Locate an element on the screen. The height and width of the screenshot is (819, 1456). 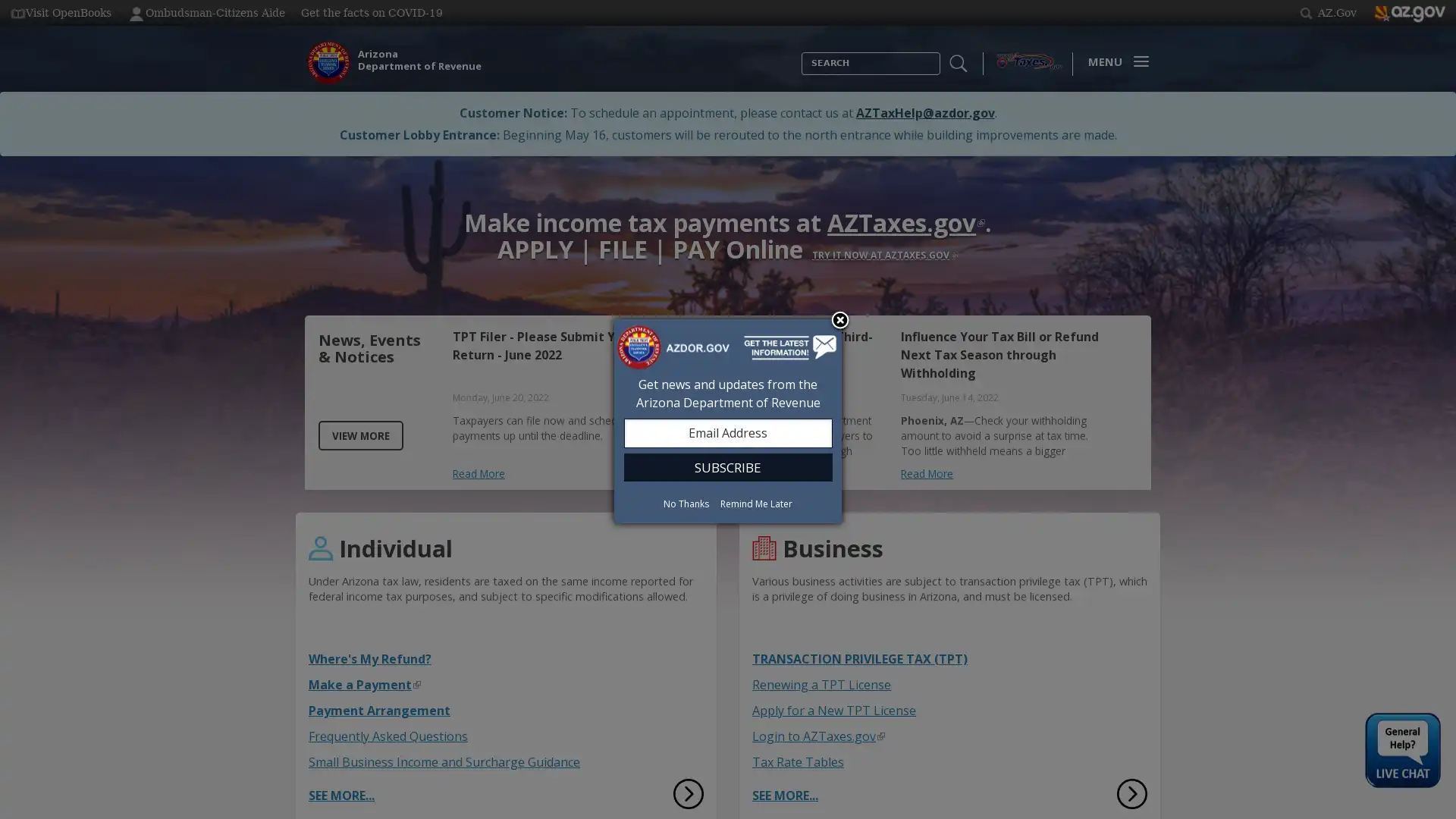
No Thanks is located at coordinates (686, 503).